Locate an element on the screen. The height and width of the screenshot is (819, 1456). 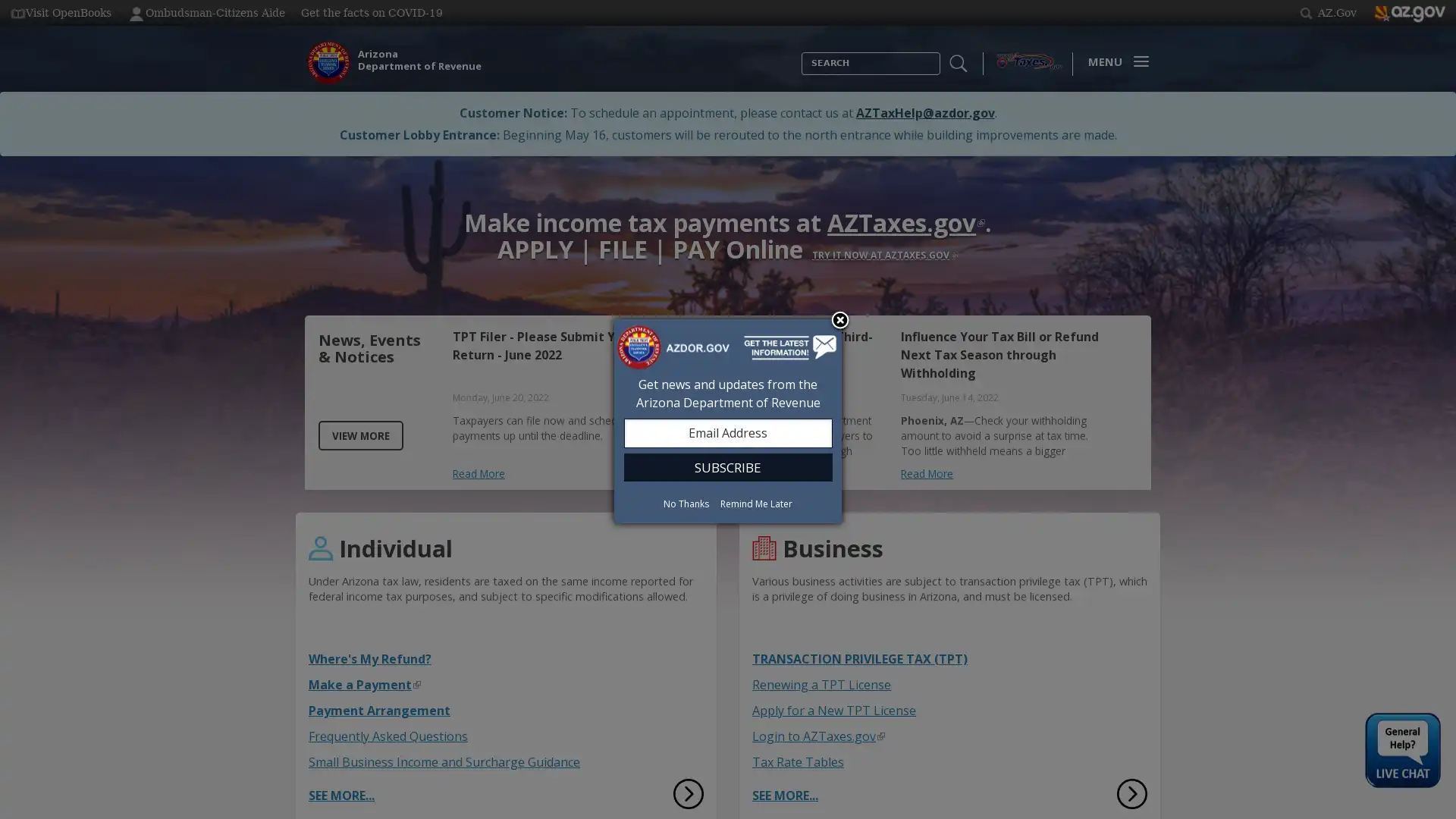
No Thanks is located at coordinates (686, 503).